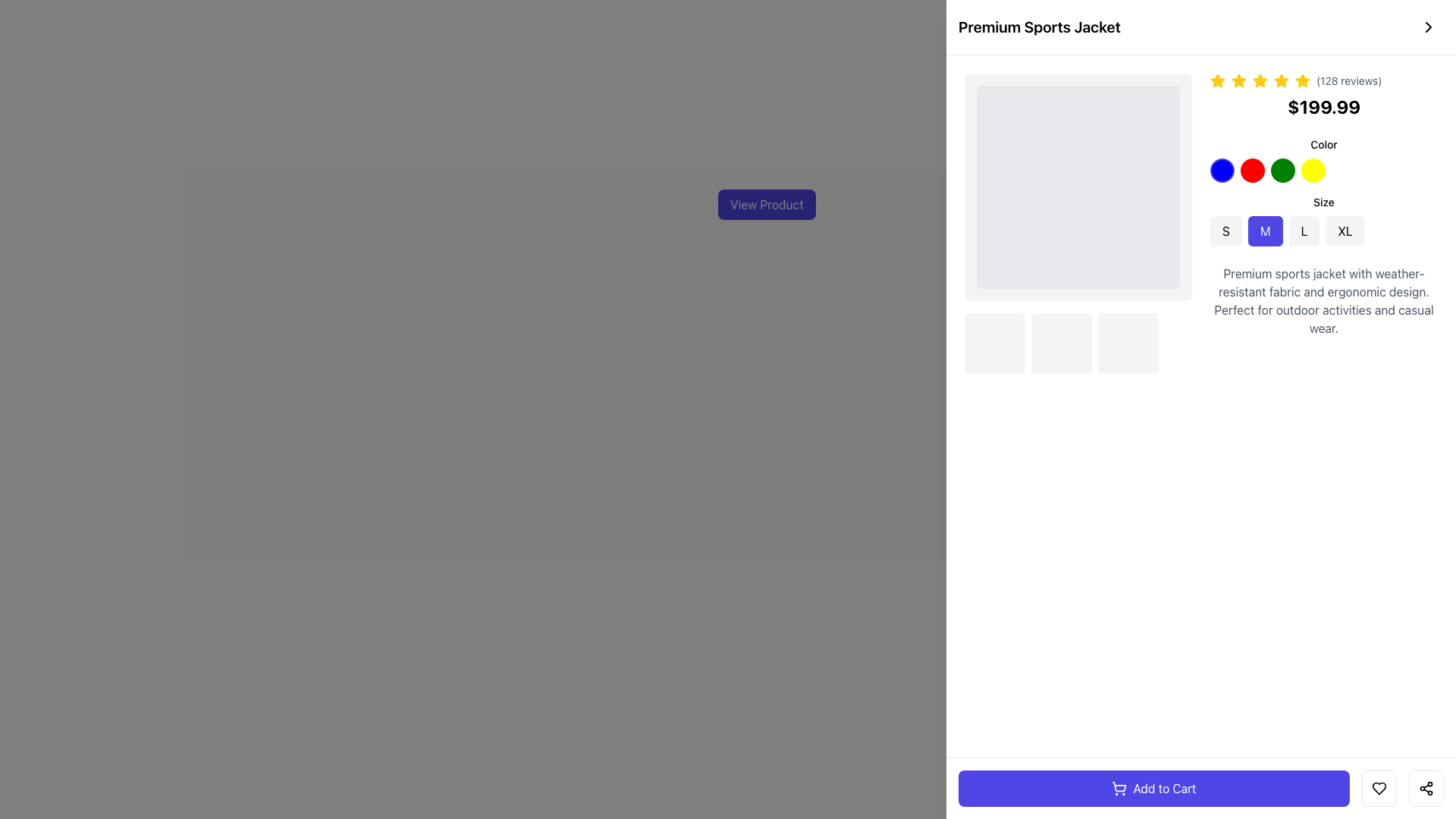 Image resolution: width=1456 pixels, height=819 pixels. I want to click on the fourth yellow star-shaped rating icon to provide a rating, located above the price information and below the product title 'Premium Sports Jacket', so click(1260, 81).